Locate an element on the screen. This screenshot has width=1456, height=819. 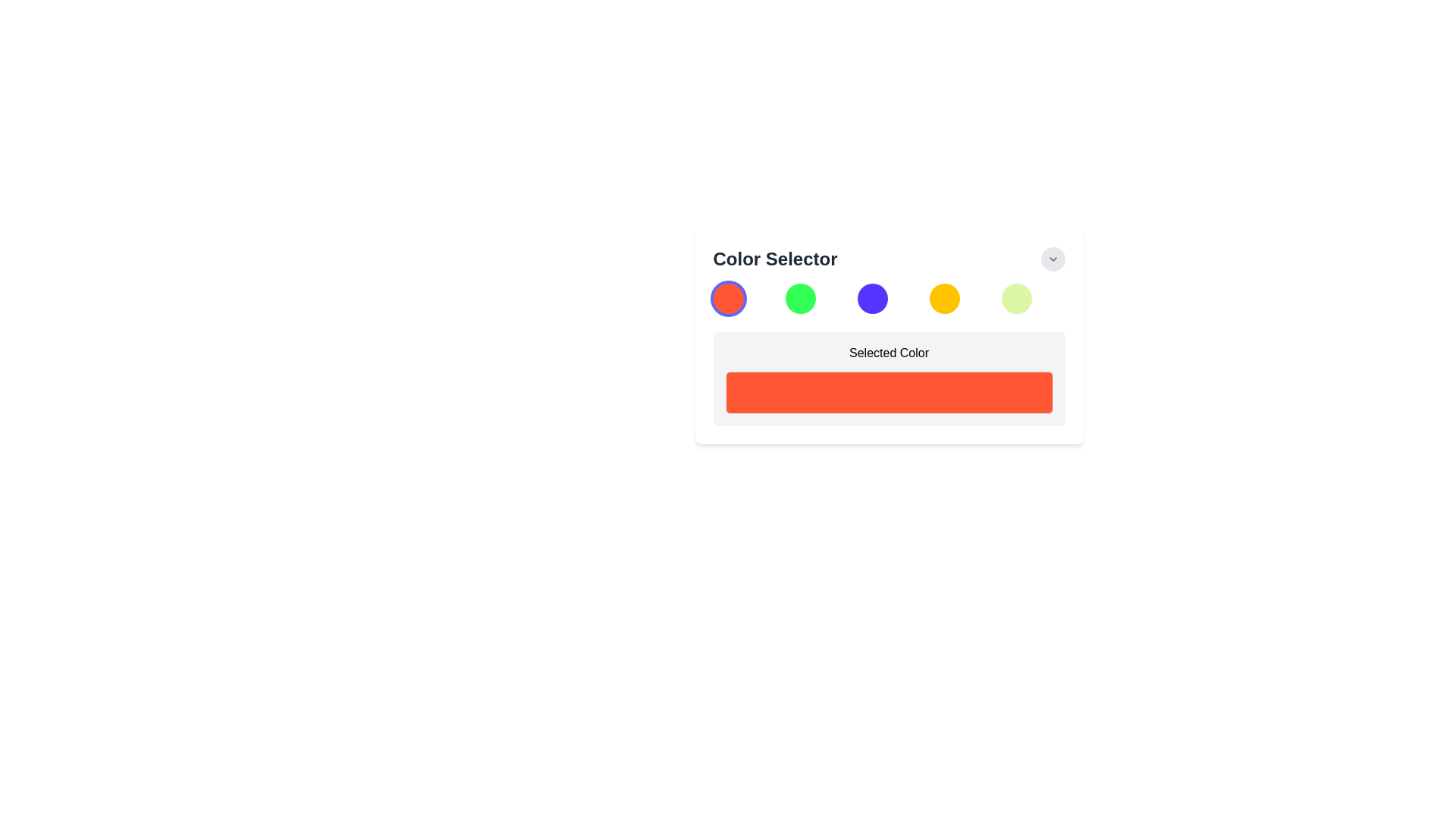
the fifth circular button in the color selection tool is located at coordinates (1017, 298).